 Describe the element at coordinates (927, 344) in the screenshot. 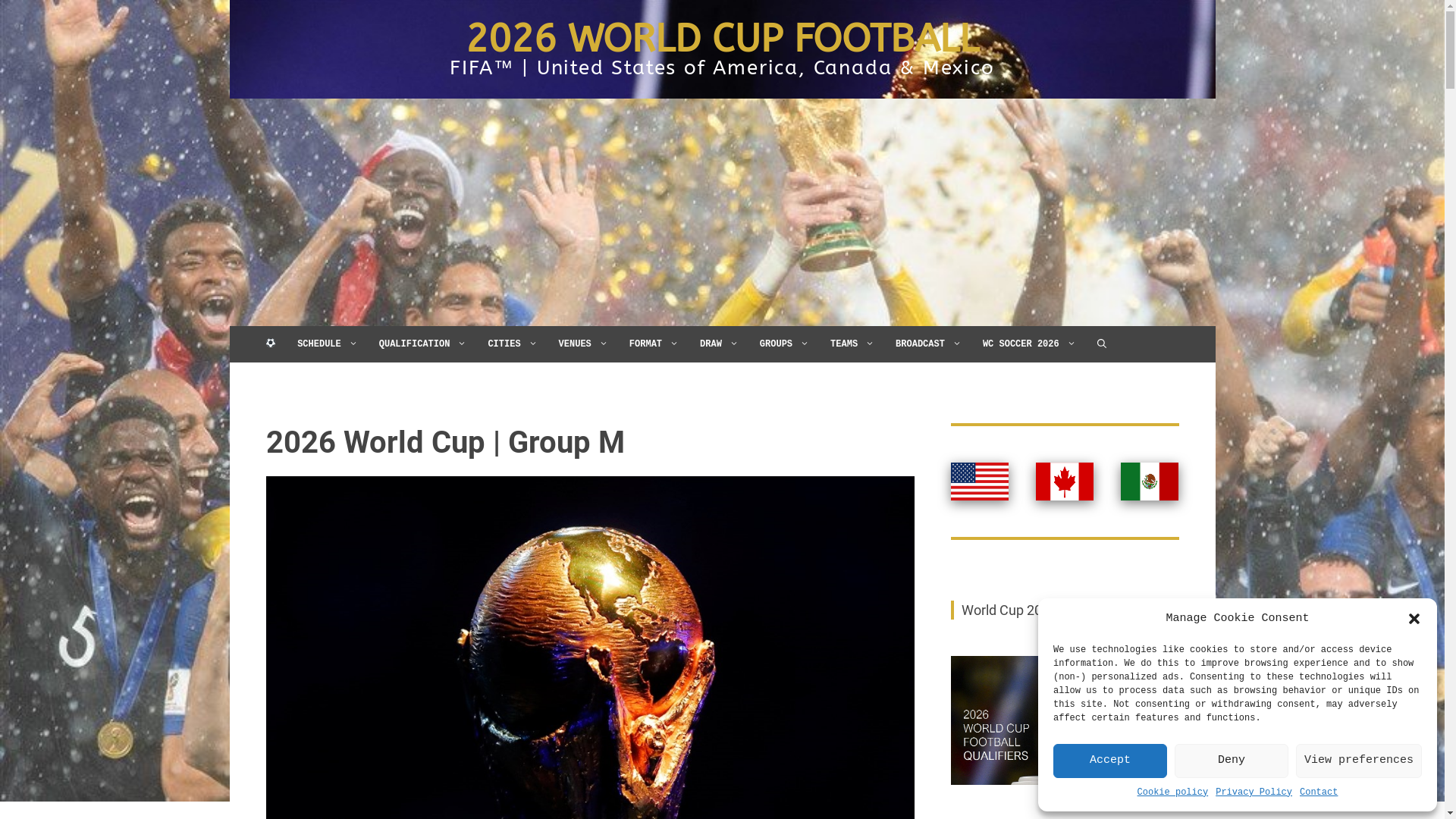

I see `'BROADCAST'` at that location.